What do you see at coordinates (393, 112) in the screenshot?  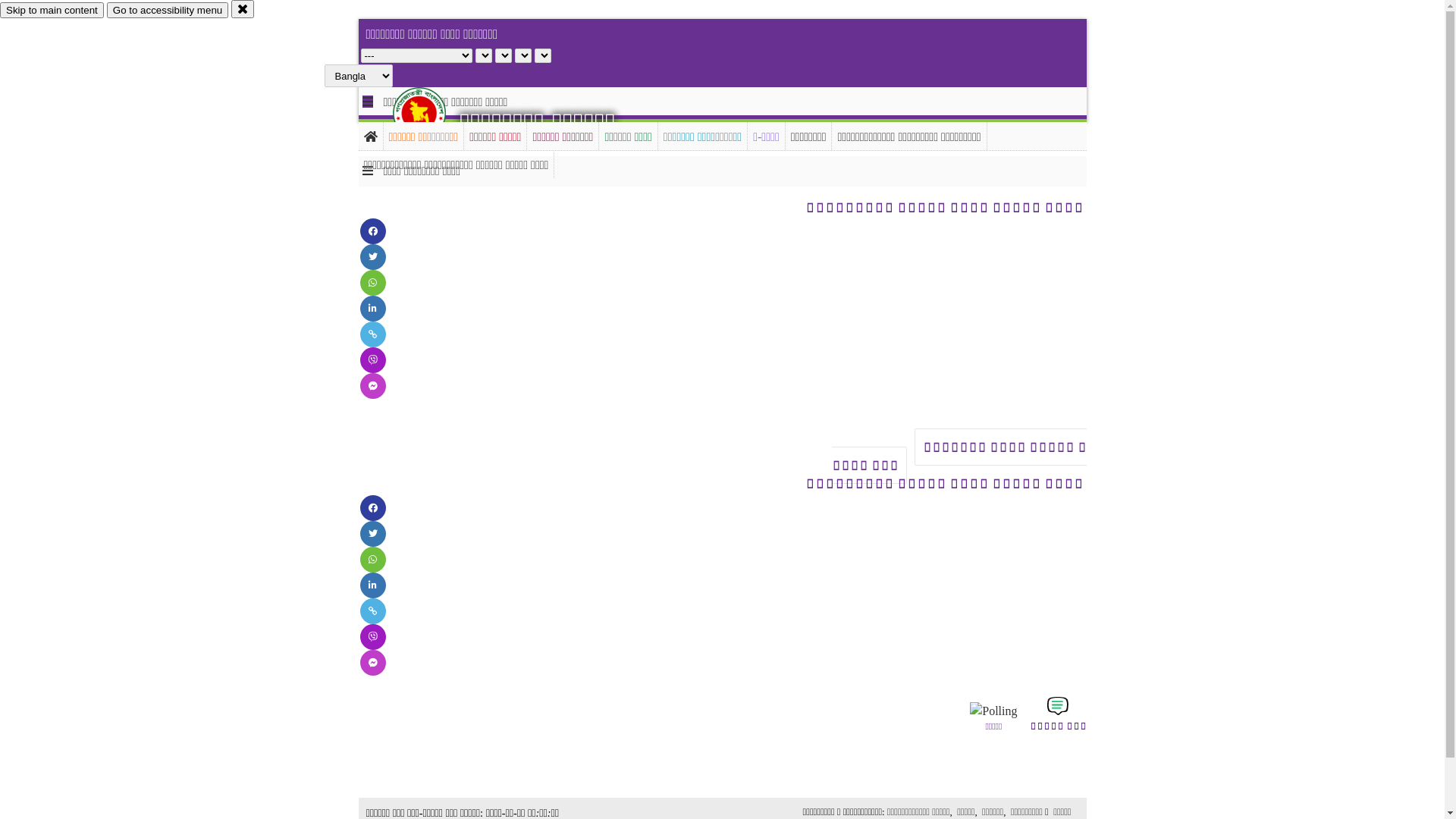 I see `'` at bounding box center [393, 112].